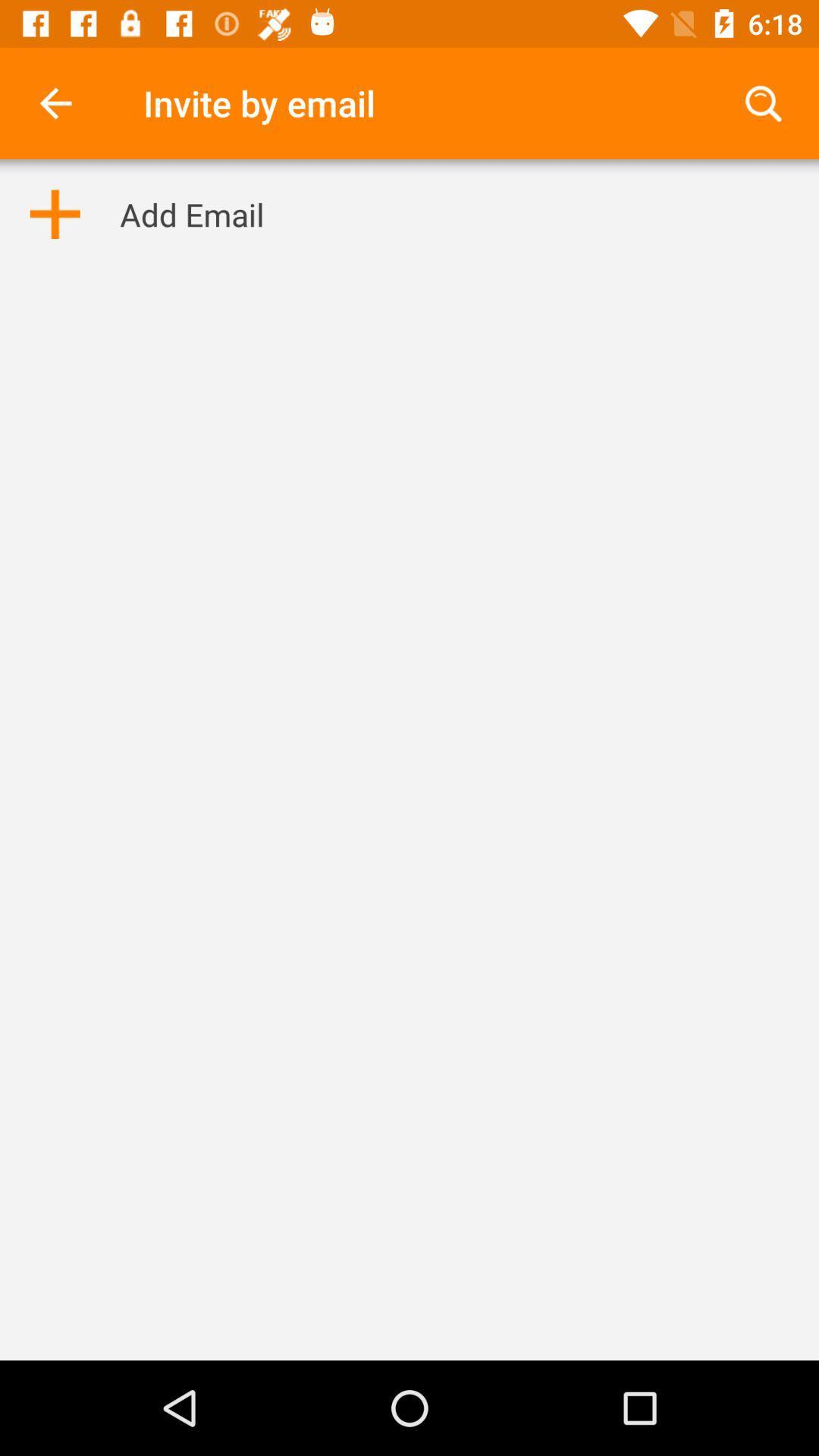 This screenshot has height=1456, width=819. Describe the element at coordinates (763, 102) in the screenshot. I see `the item to the right of invite by email icon` at that location.